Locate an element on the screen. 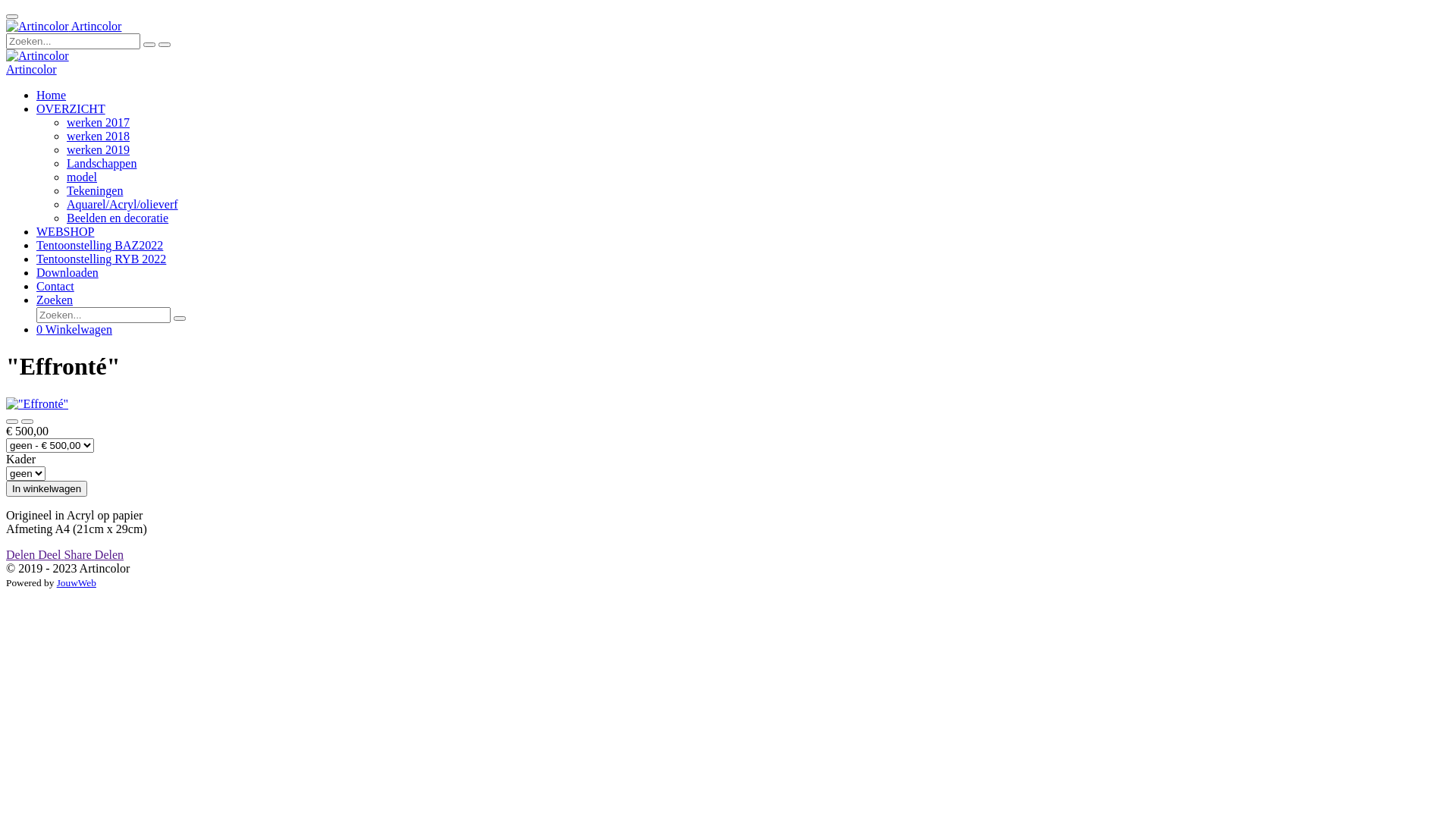 This screenshot has height=819, width=1456. 'Deel' is located at coordinates (51, 554).